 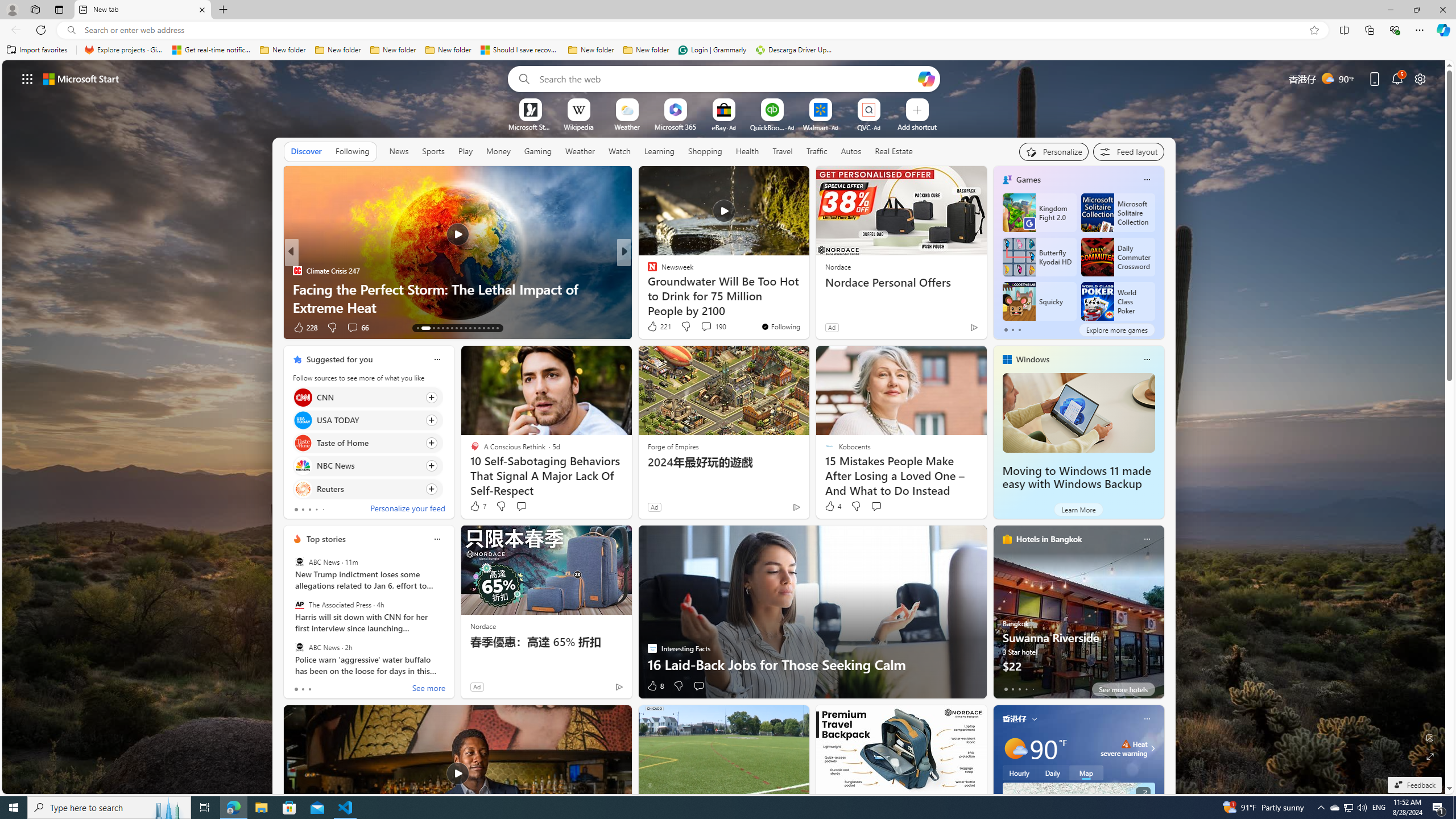 I want to click on 'Should I save recovered Word documents? - Microsoft Support', so click(x=519, y=49).